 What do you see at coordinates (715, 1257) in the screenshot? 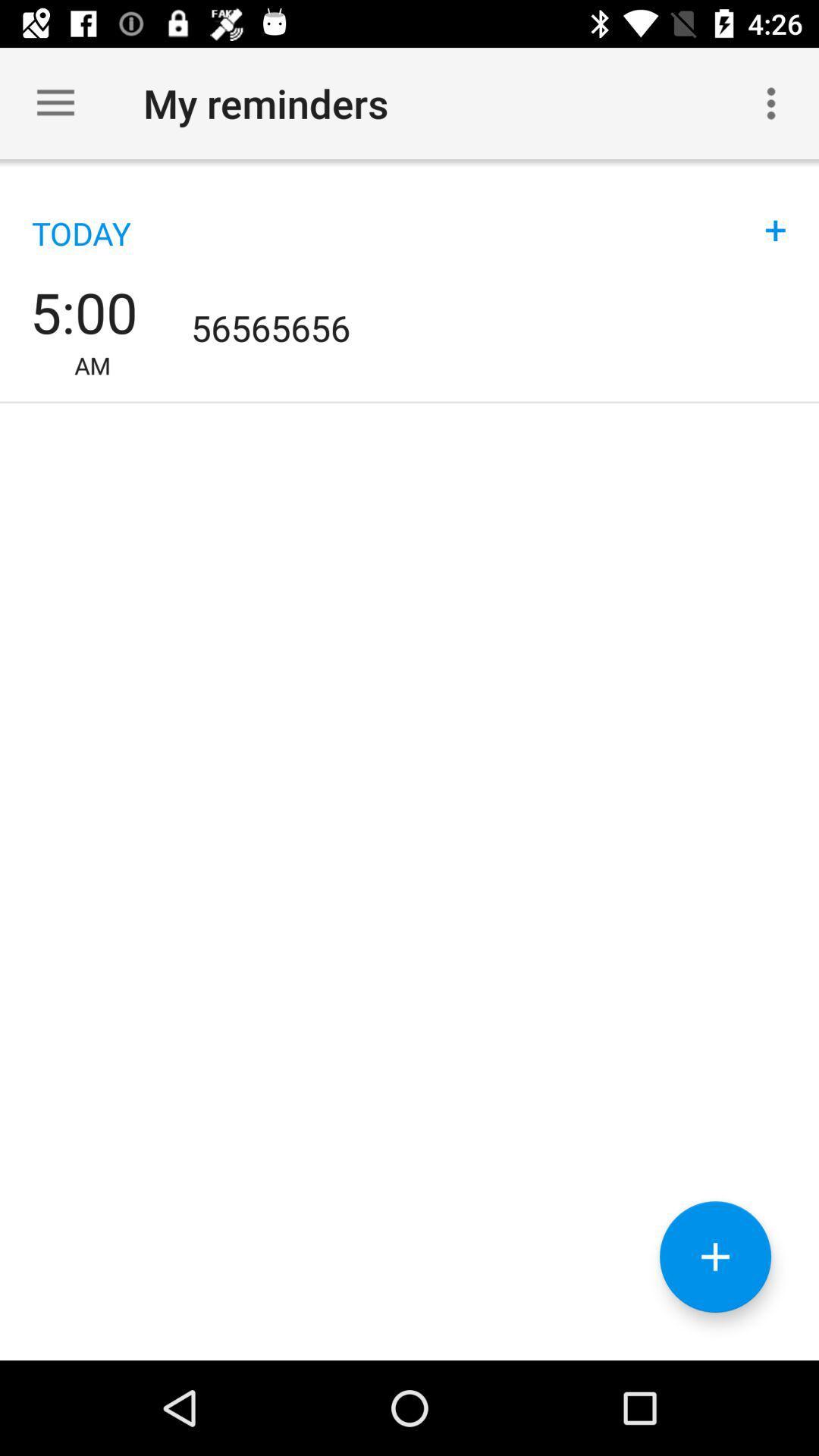
I see `button` at bounding box center [715, 1257].